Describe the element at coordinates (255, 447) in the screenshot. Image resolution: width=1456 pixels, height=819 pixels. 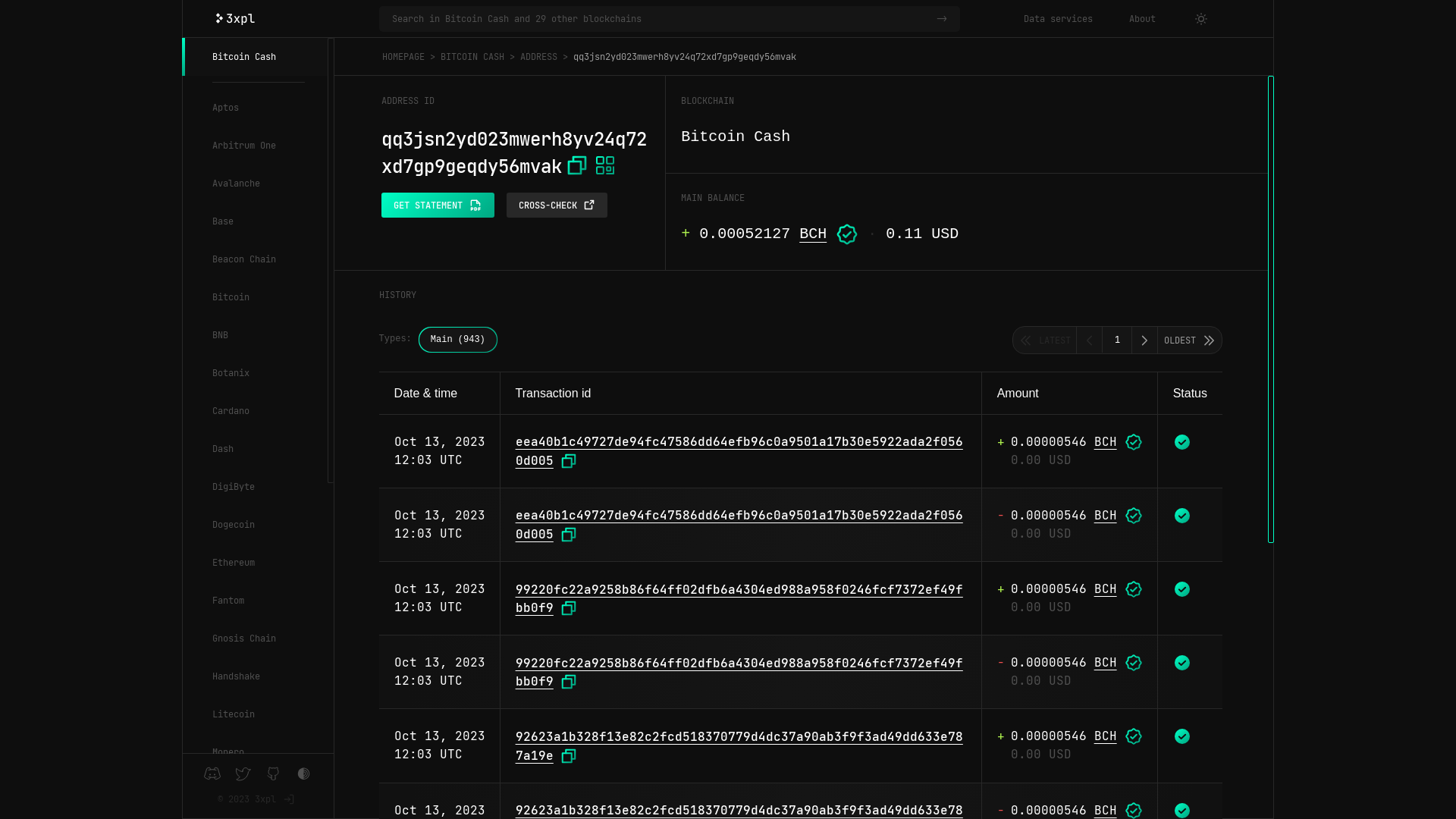
I see `'Dash'` at that location.